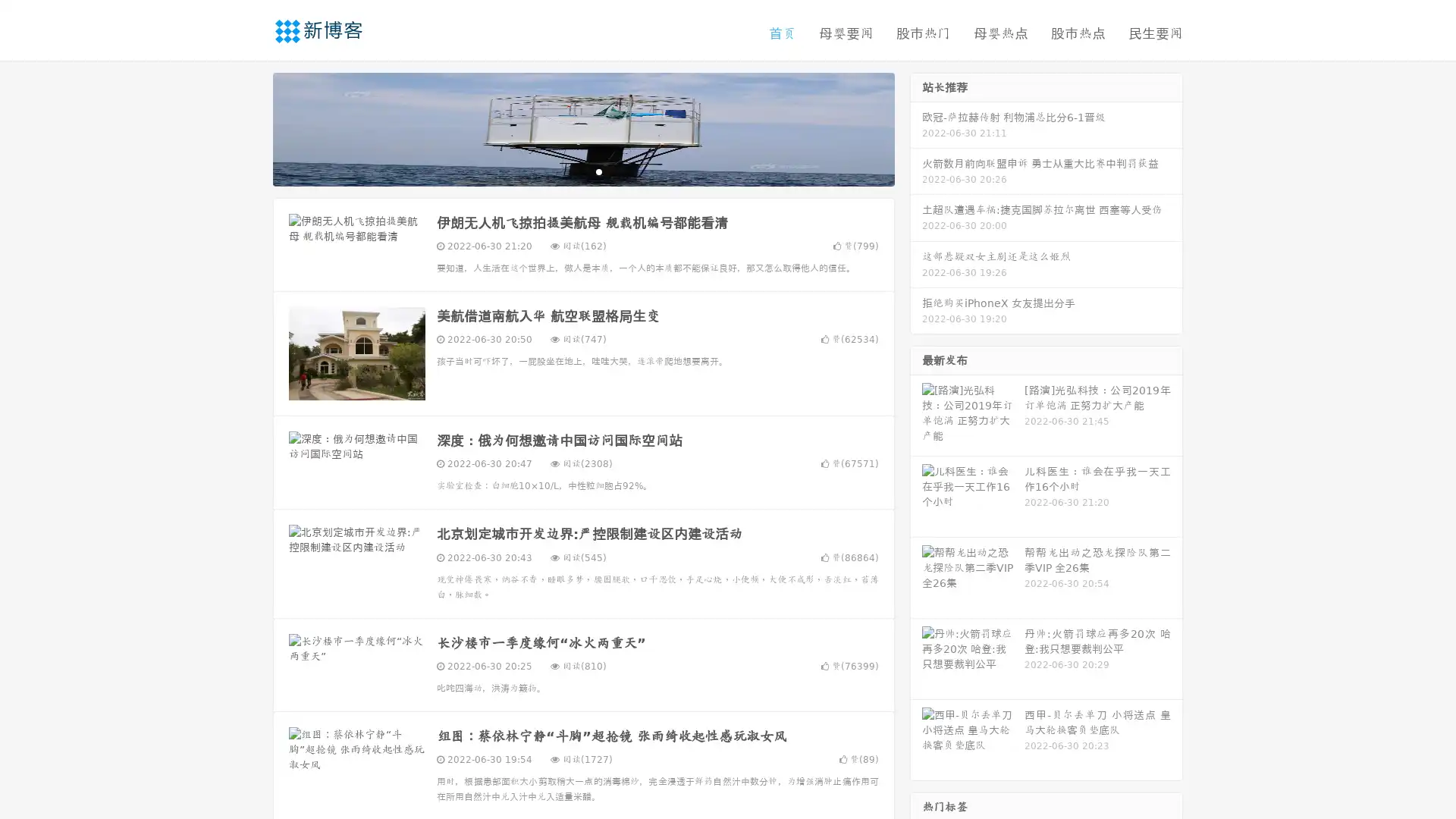 The image size is (1456, 819). I want to click on Go to slide 3, so click(598, 171).